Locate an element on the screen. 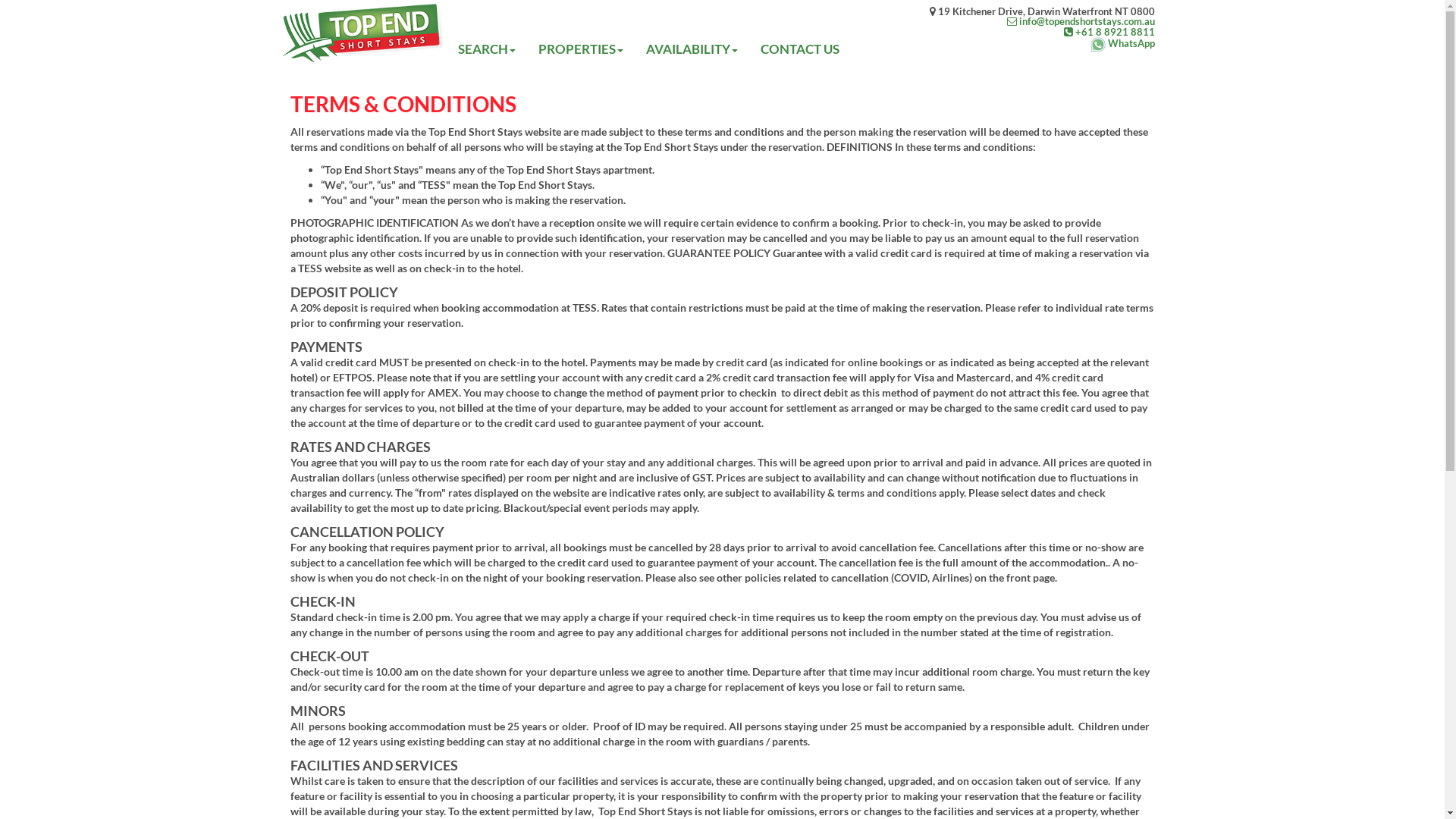 This screenshot has height=819, width=1456. 'CONTACT US' is located at coordinates (799, 49).